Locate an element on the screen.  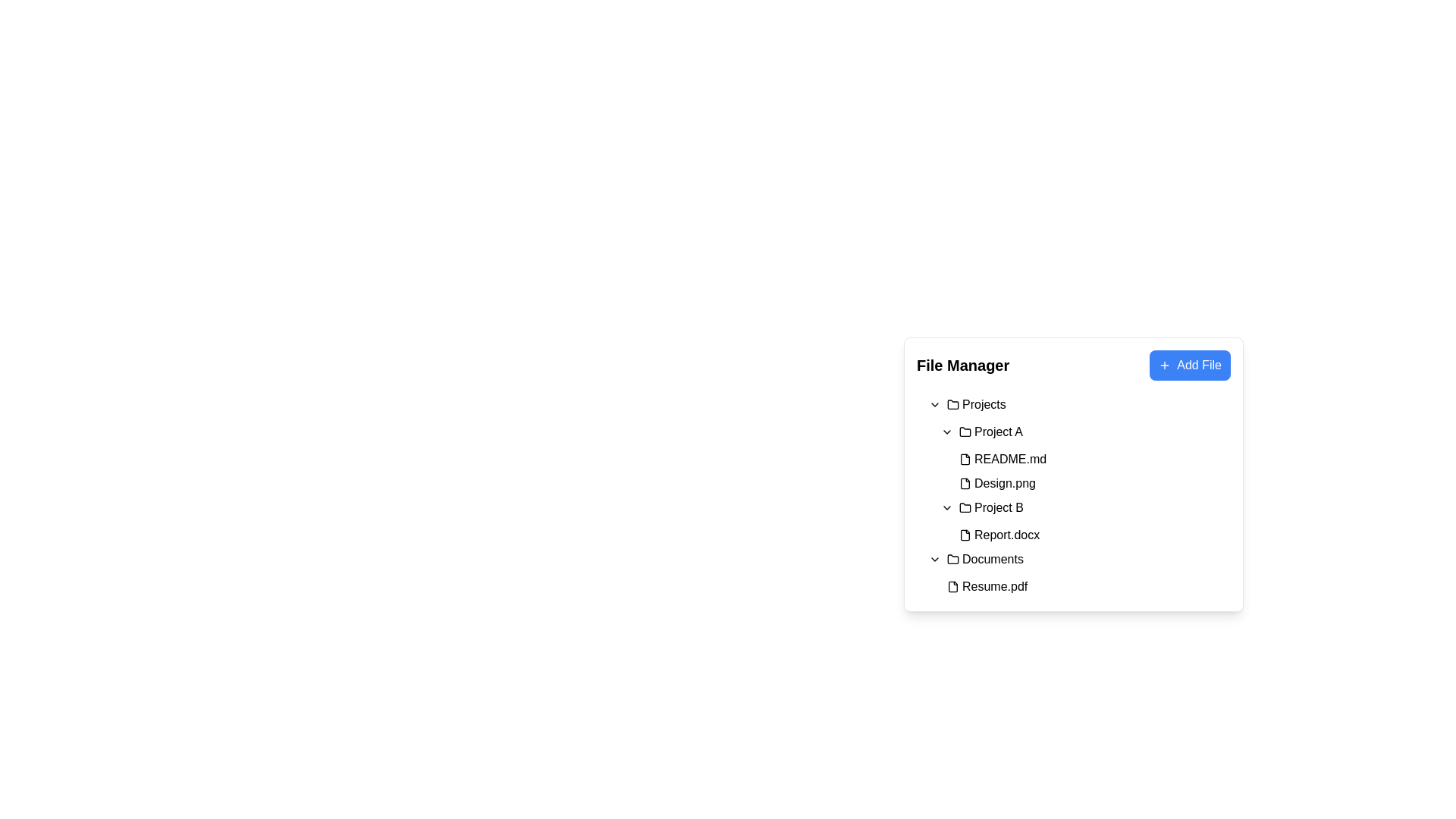
the List of file items under the 'Projects' section is located at coordinates (1073, 469).